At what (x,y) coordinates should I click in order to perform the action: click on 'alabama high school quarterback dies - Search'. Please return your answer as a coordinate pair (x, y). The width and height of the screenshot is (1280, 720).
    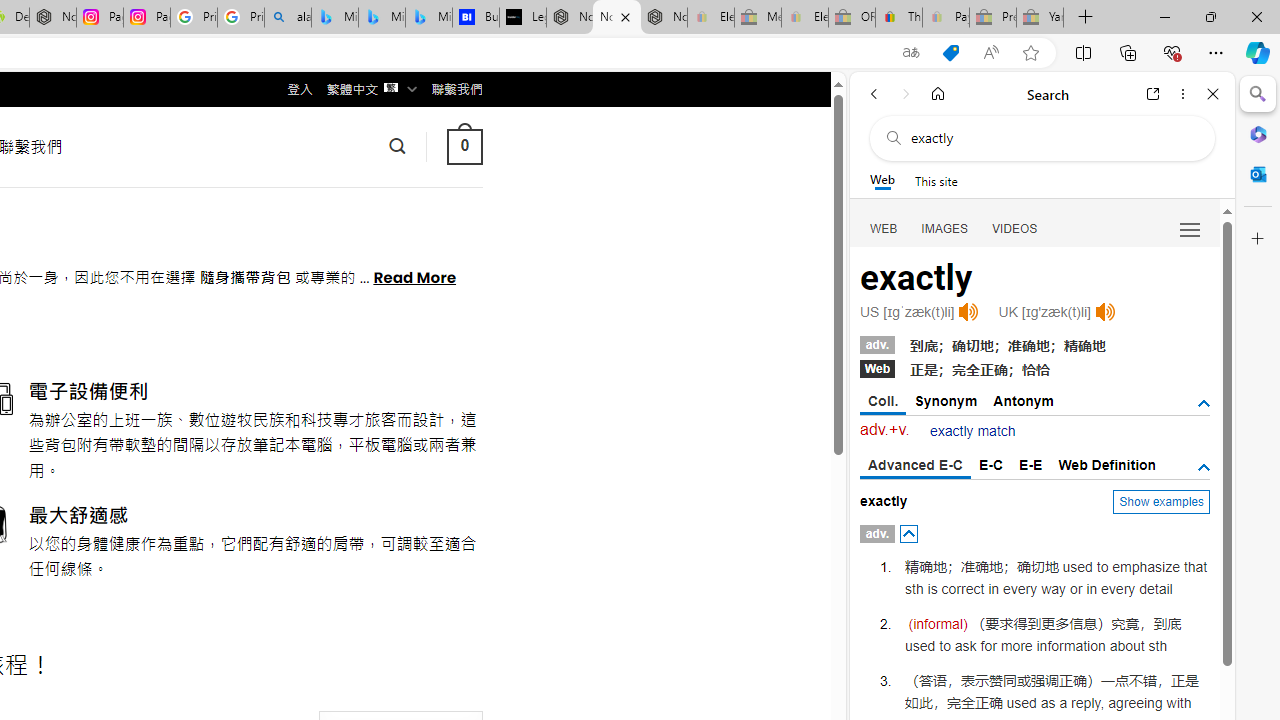
    Looking at the image, I should click on (287, 17).